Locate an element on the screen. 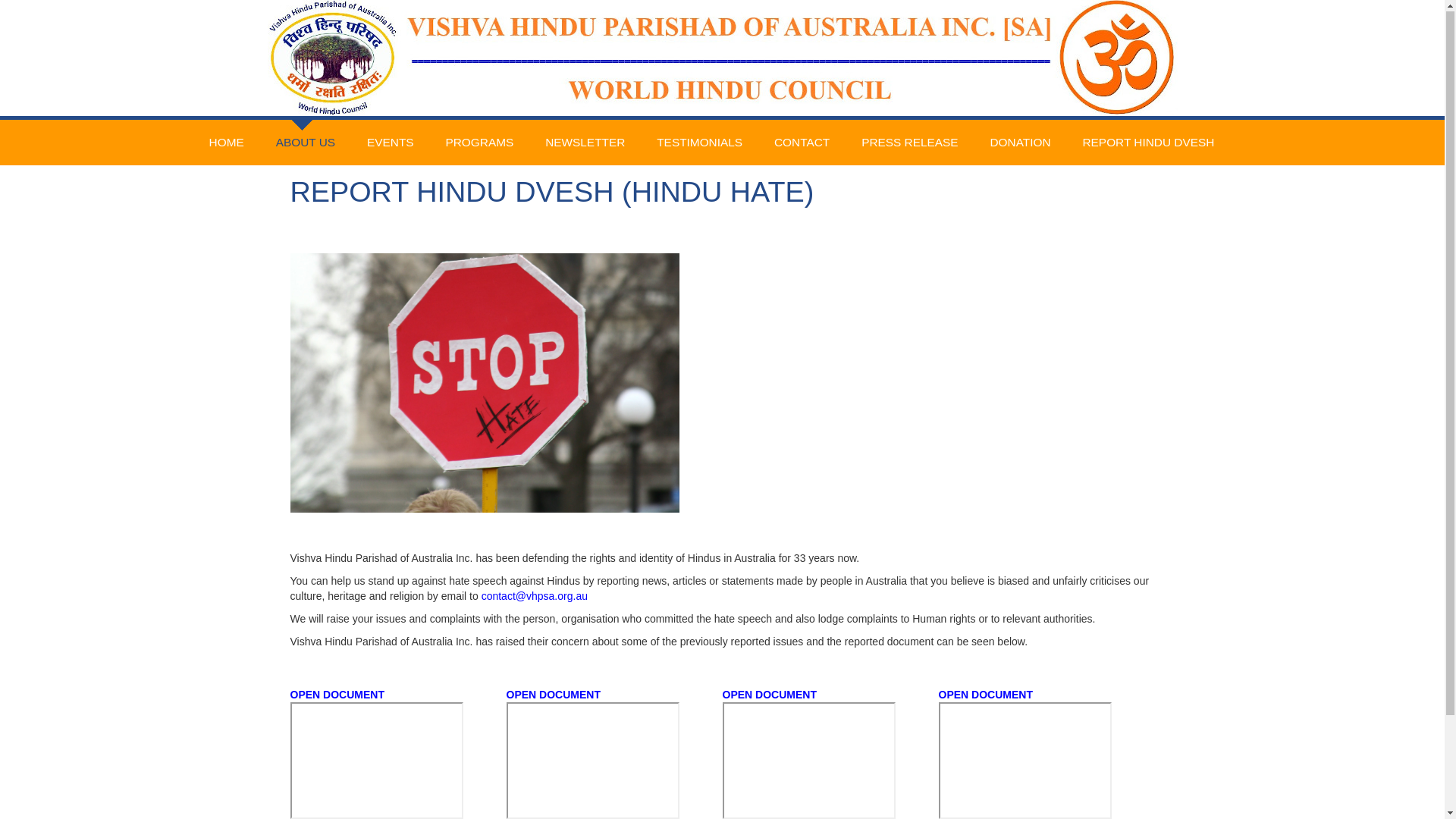 This screenshot has width=1456, height=819. 'TESTIMONIALS' is located at coordinates (698, 143).